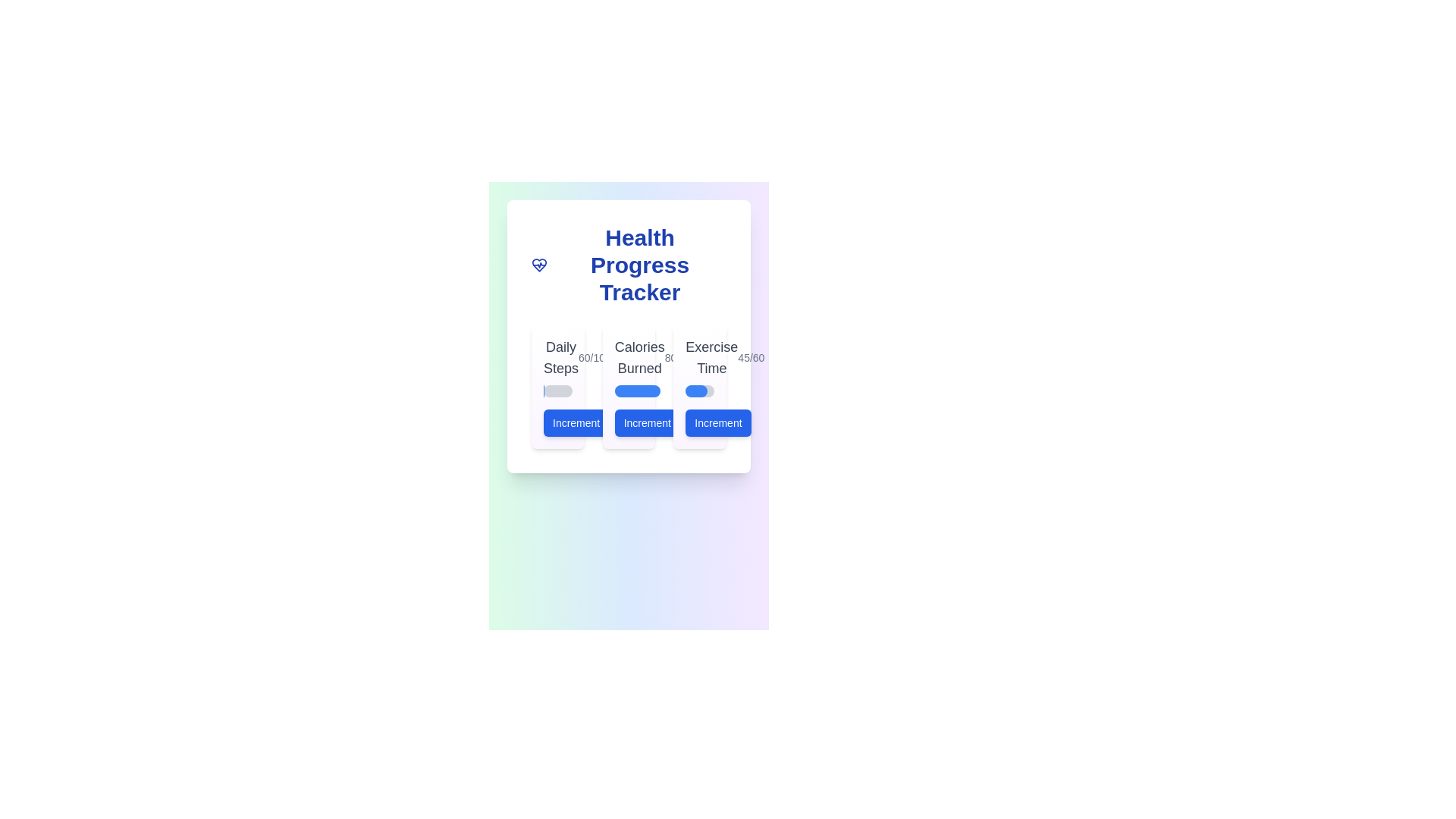  What do you see at coordinates (629, 265) in the screenshot?
I see `the 'Health Progress Tracker' header which displays bold, large, blue text and is accompanied by a heart-shaped icon, centrally aligned above the progress indicators` at bounding box center [629, 265].